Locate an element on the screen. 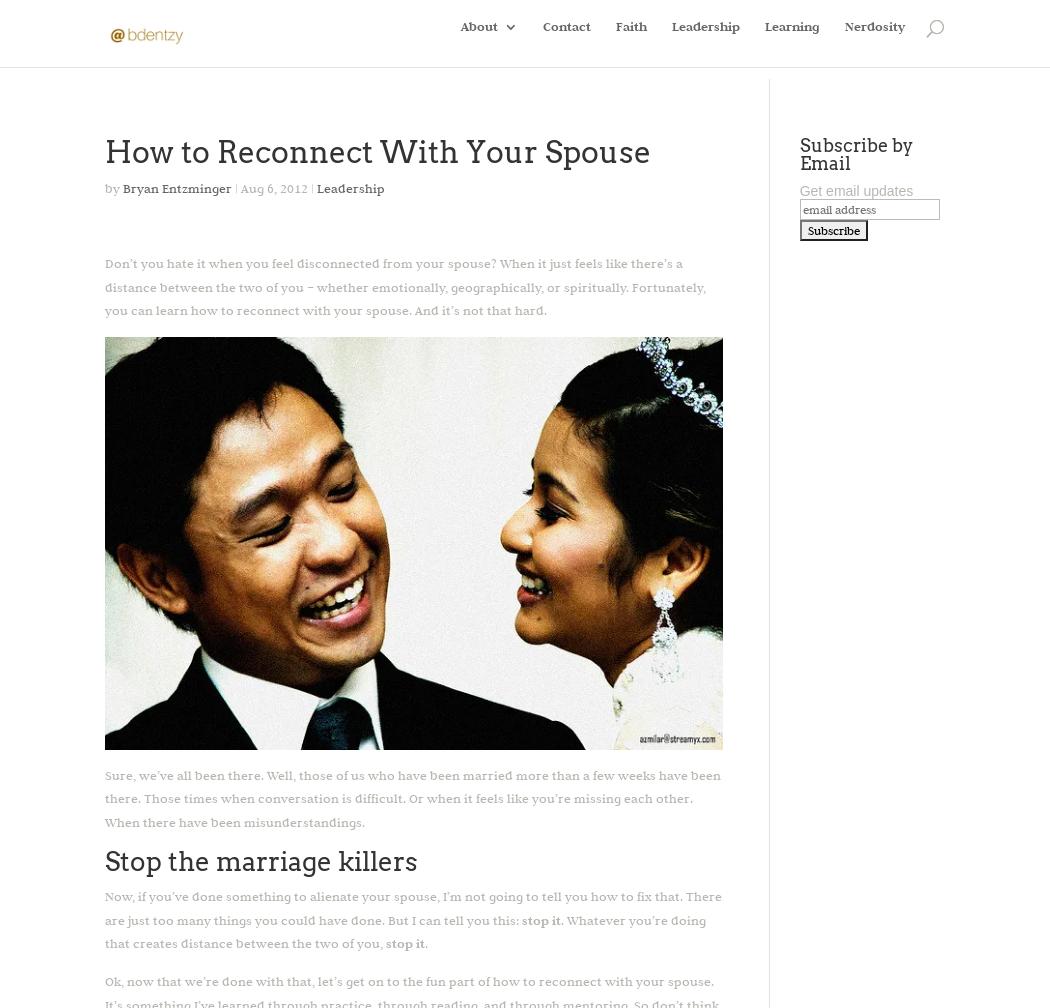 This screenshot has width=1050, height=1008. 'FTC Disclosure' is located at coordinates (546, 122).